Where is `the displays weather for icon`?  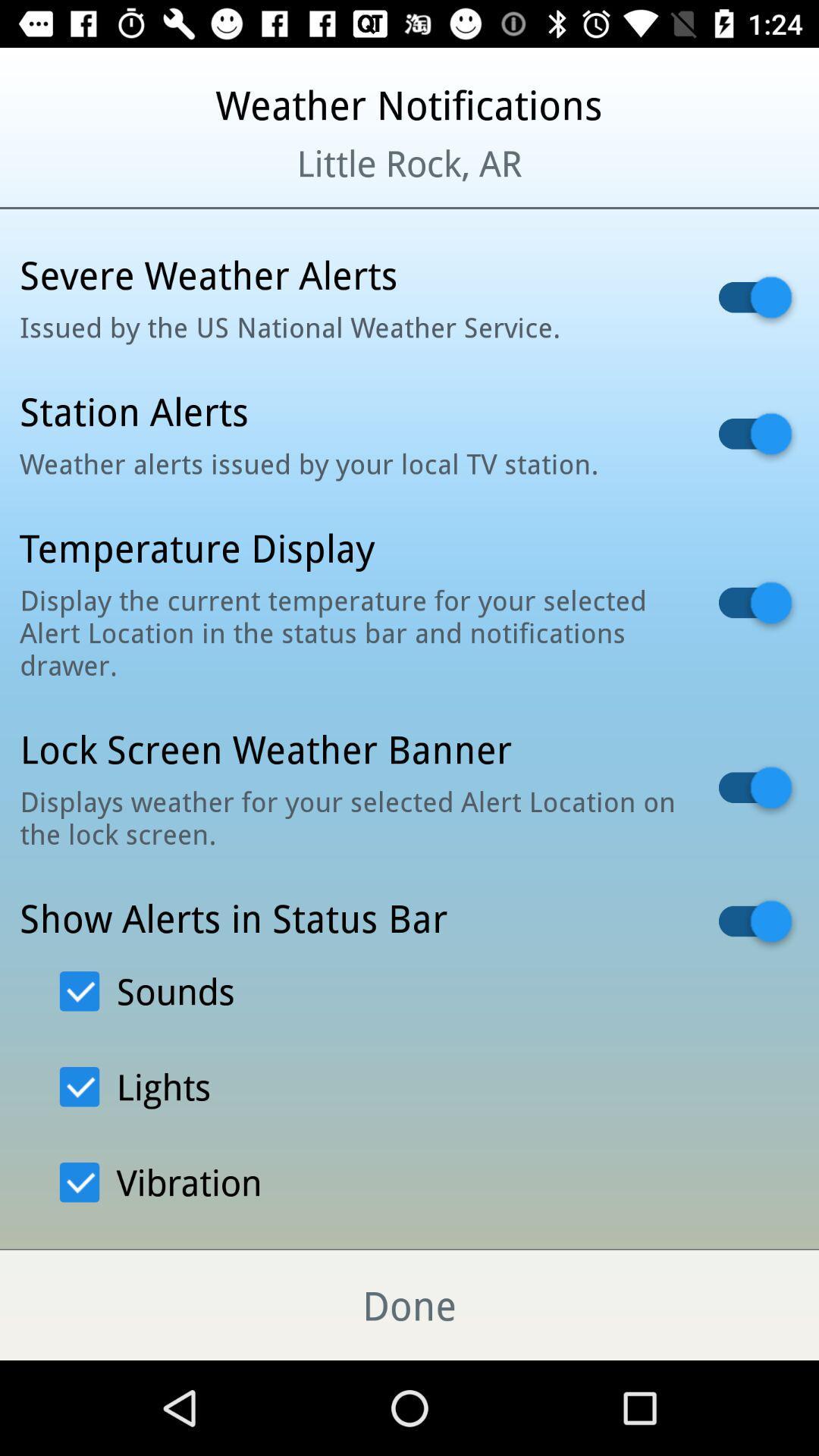 the displays weather for icon is located at coordinates (350, 817).